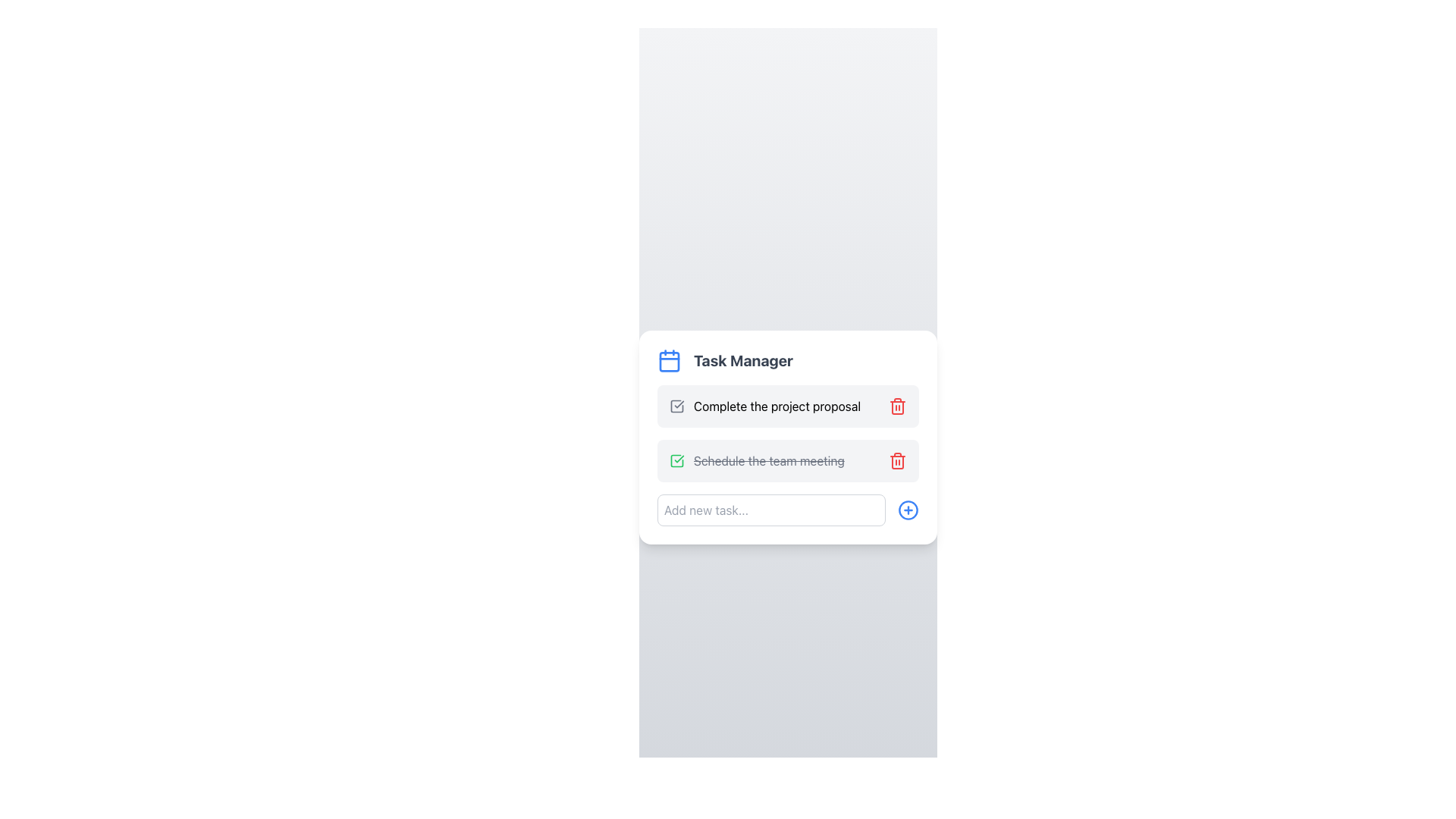  What do you see at coordinates (898, 461) in the screenshot?
I see `the trashcan icon outline located beside the 'Schedule the team meeting' text in the second task block to observe any visual changes` at bounding box center [898, 461].